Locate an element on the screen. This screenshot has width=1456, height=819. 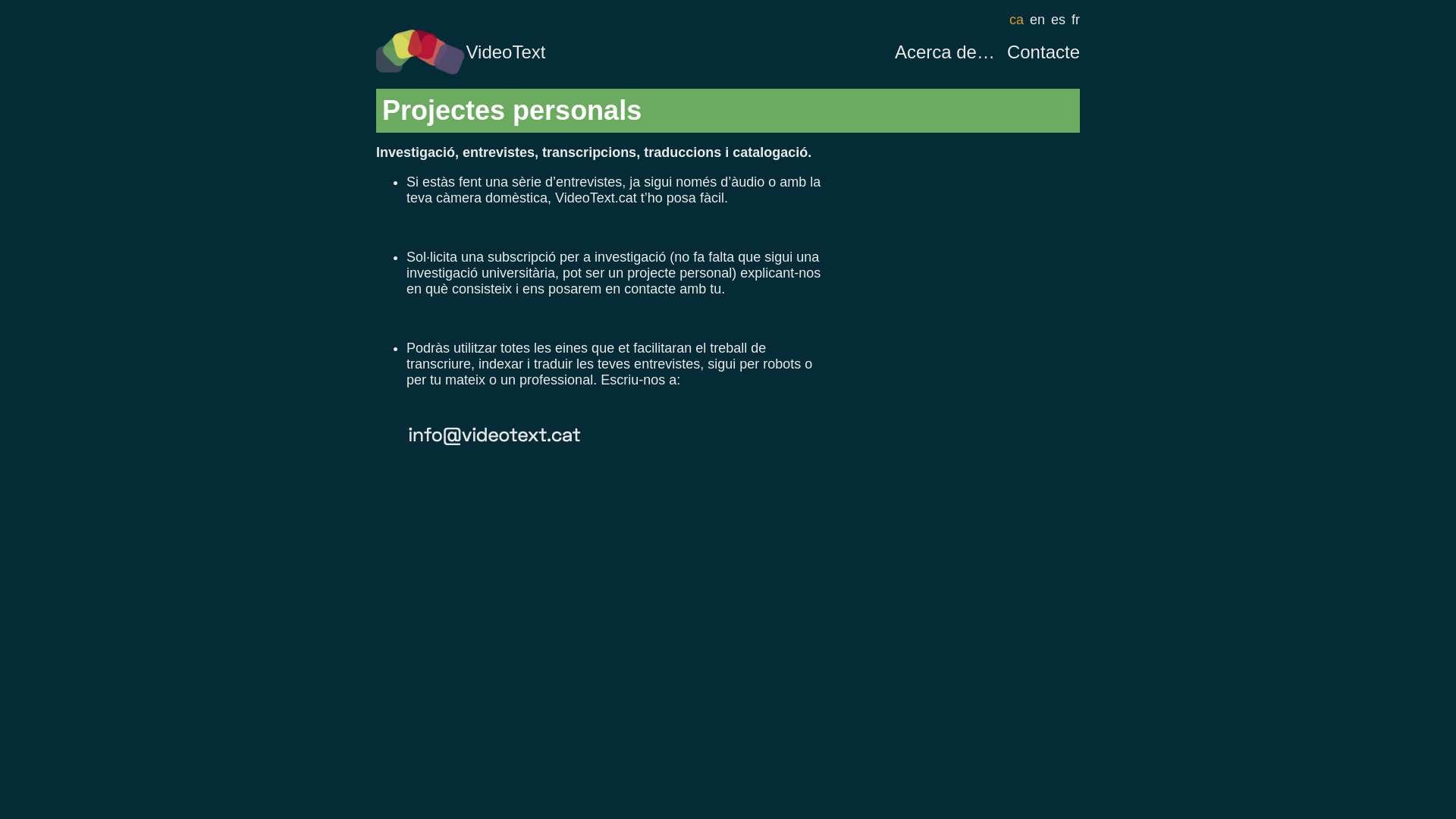
'fr' is located at coordinates (1075, 20).